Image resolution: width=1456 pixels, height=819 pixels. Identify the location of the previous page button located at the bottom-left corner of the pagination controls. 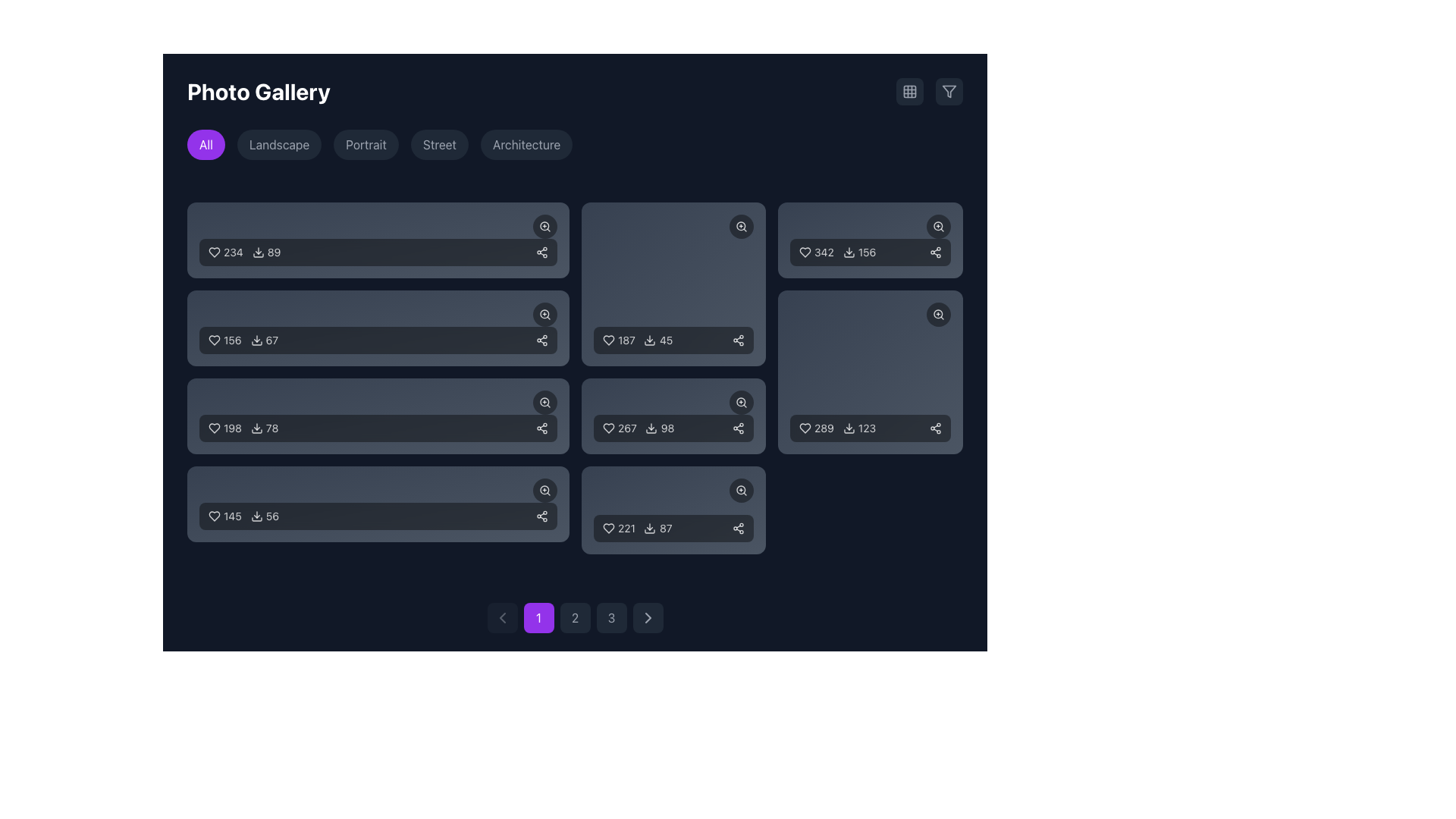
(502, 617).